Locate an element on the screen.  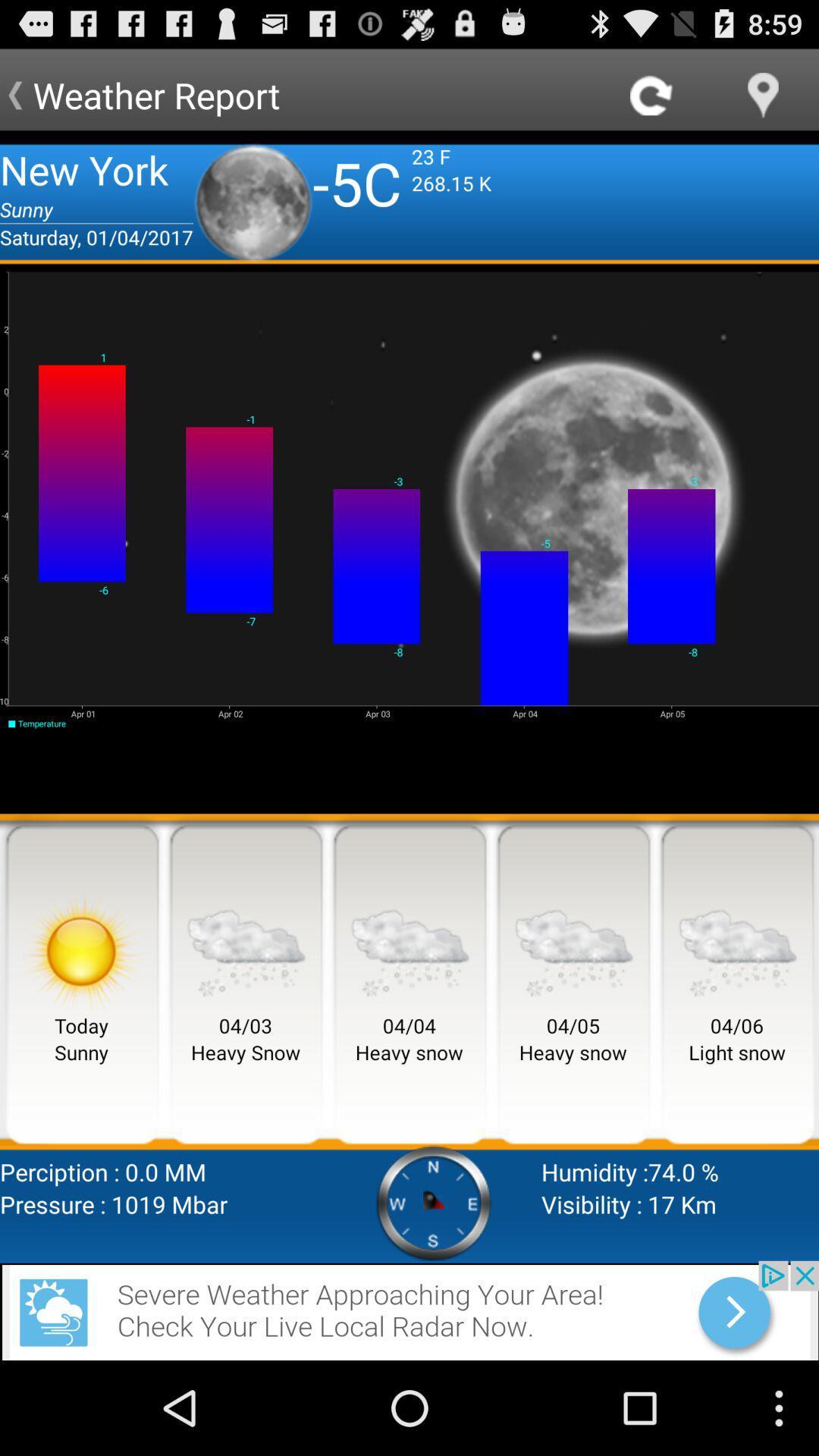
location is located at coordinates (763, 94).